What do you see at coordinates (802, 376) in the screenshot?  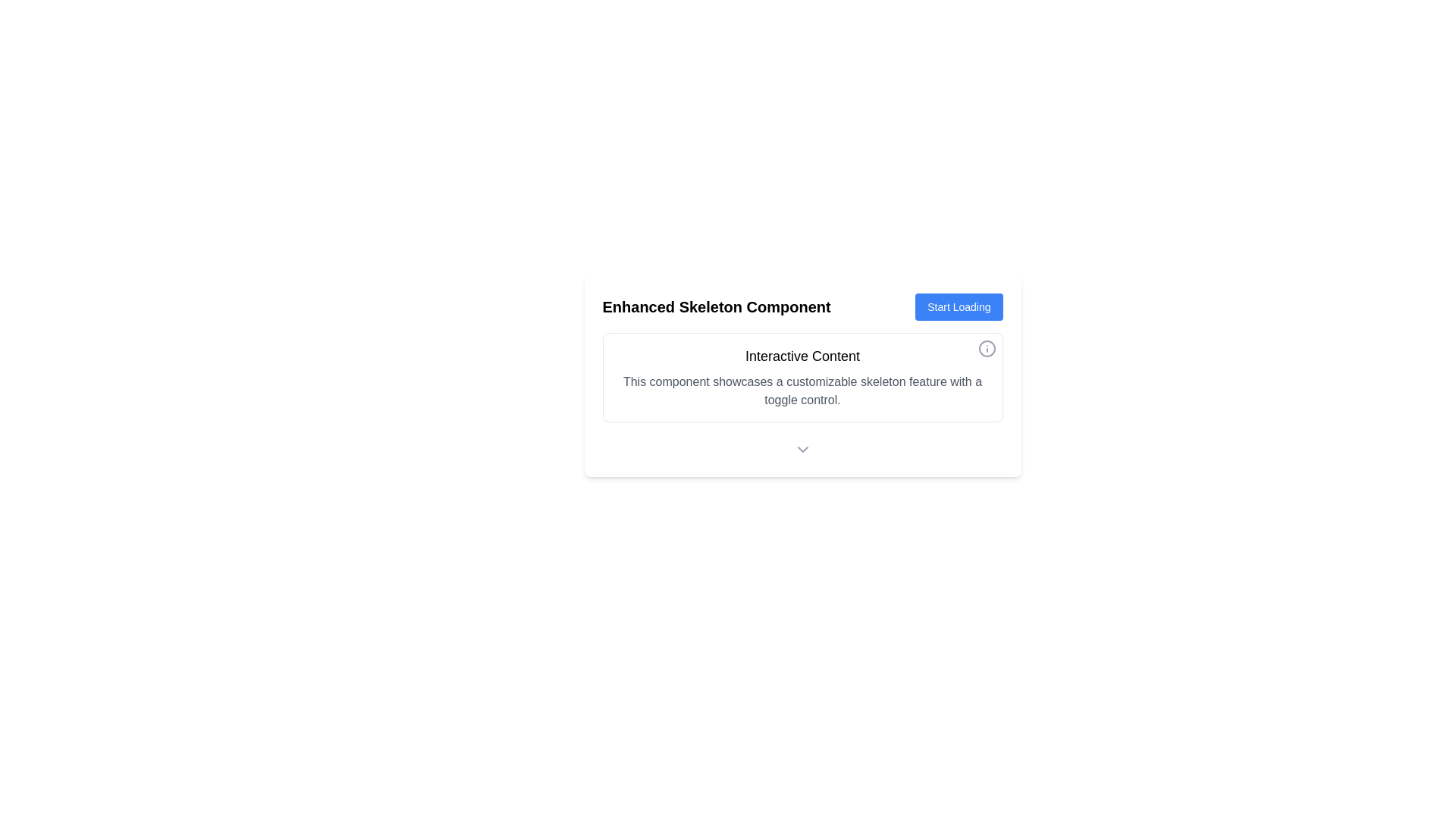 I see `textual content of the block titled 'Interactive Content' with the description 'This component showcases a customizable skeleton feature with a toggle control.' located at the center of the interface` at bounding box center [802, 376].